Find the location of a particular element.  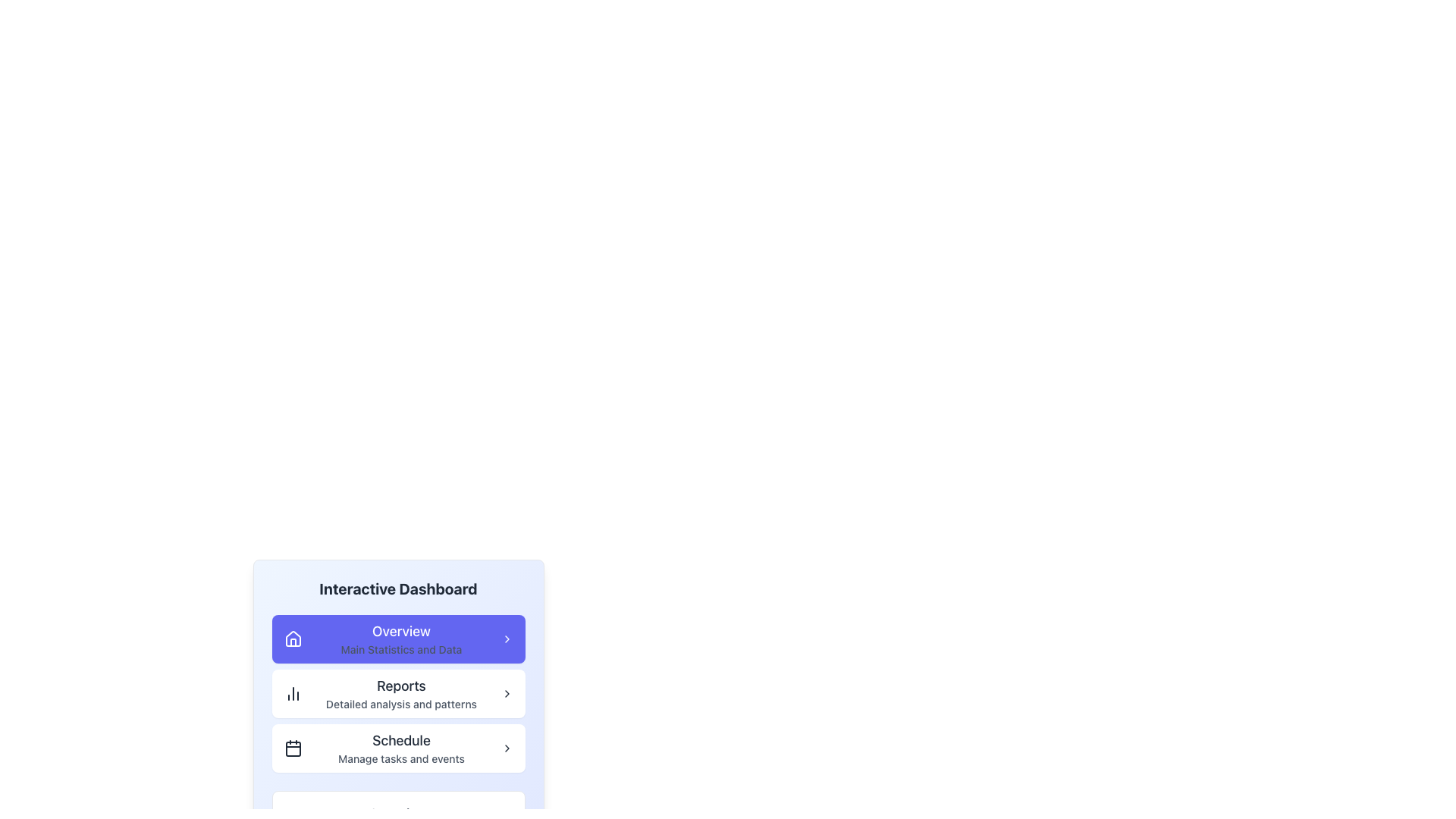

the 'Reports' section list item in the dashboard is located at coordinates (401, 693).